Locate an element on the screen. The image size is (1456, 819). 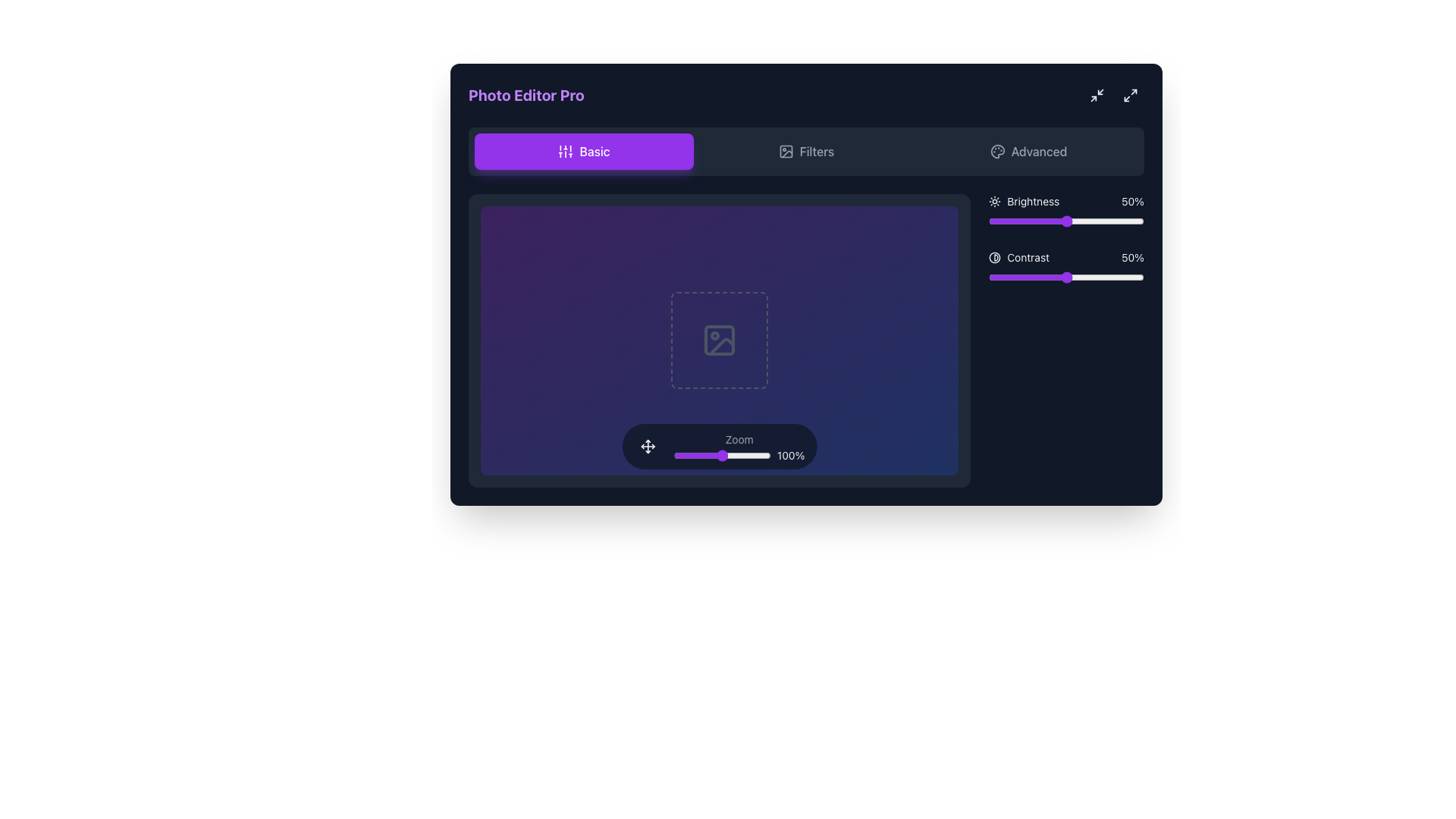
the zoom level is located at coordinates (742, 454).